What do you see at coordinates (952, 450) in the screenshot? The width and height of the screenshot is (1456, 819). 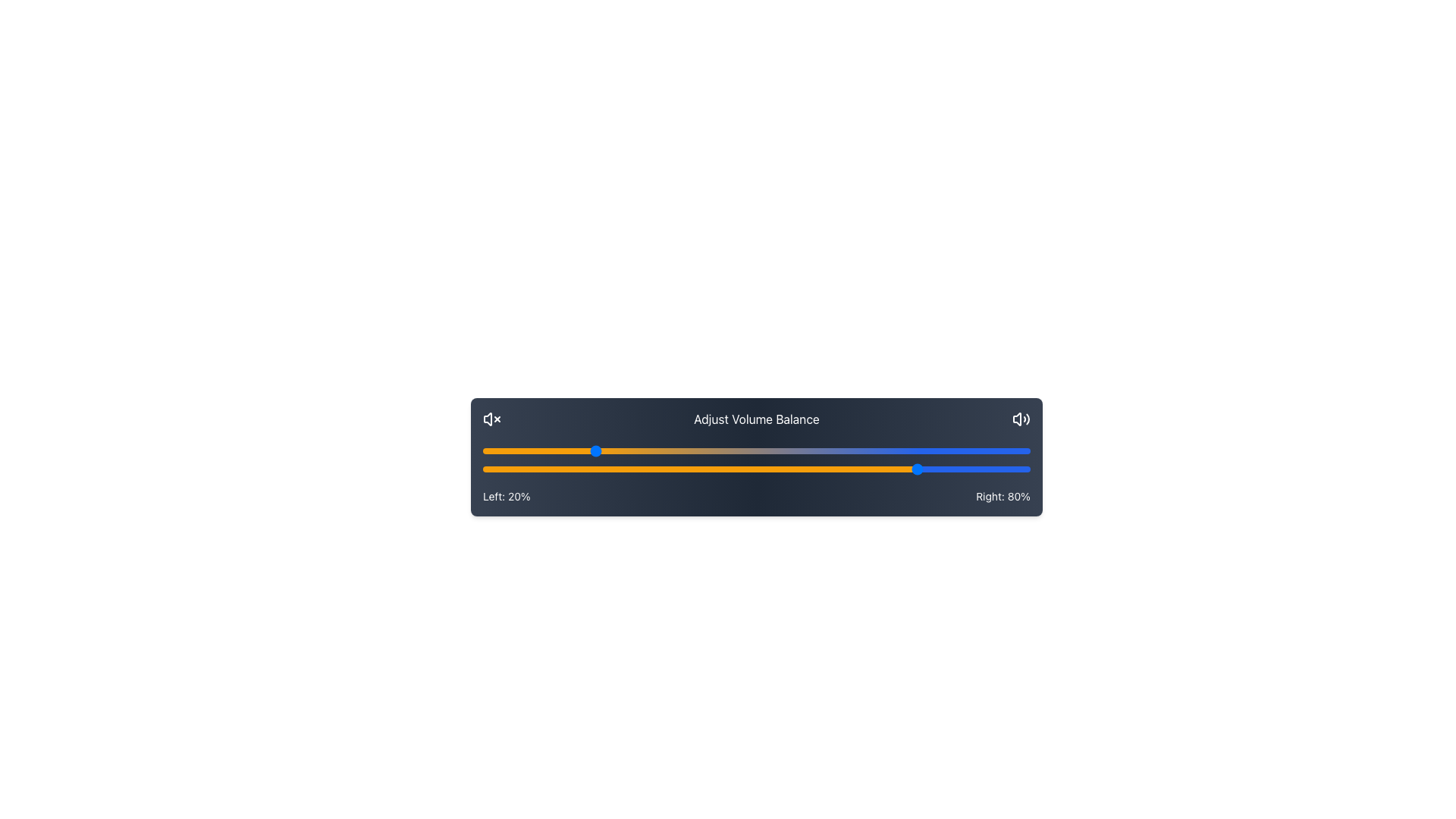 I see `the left balance` at bounding box center [952, 450].